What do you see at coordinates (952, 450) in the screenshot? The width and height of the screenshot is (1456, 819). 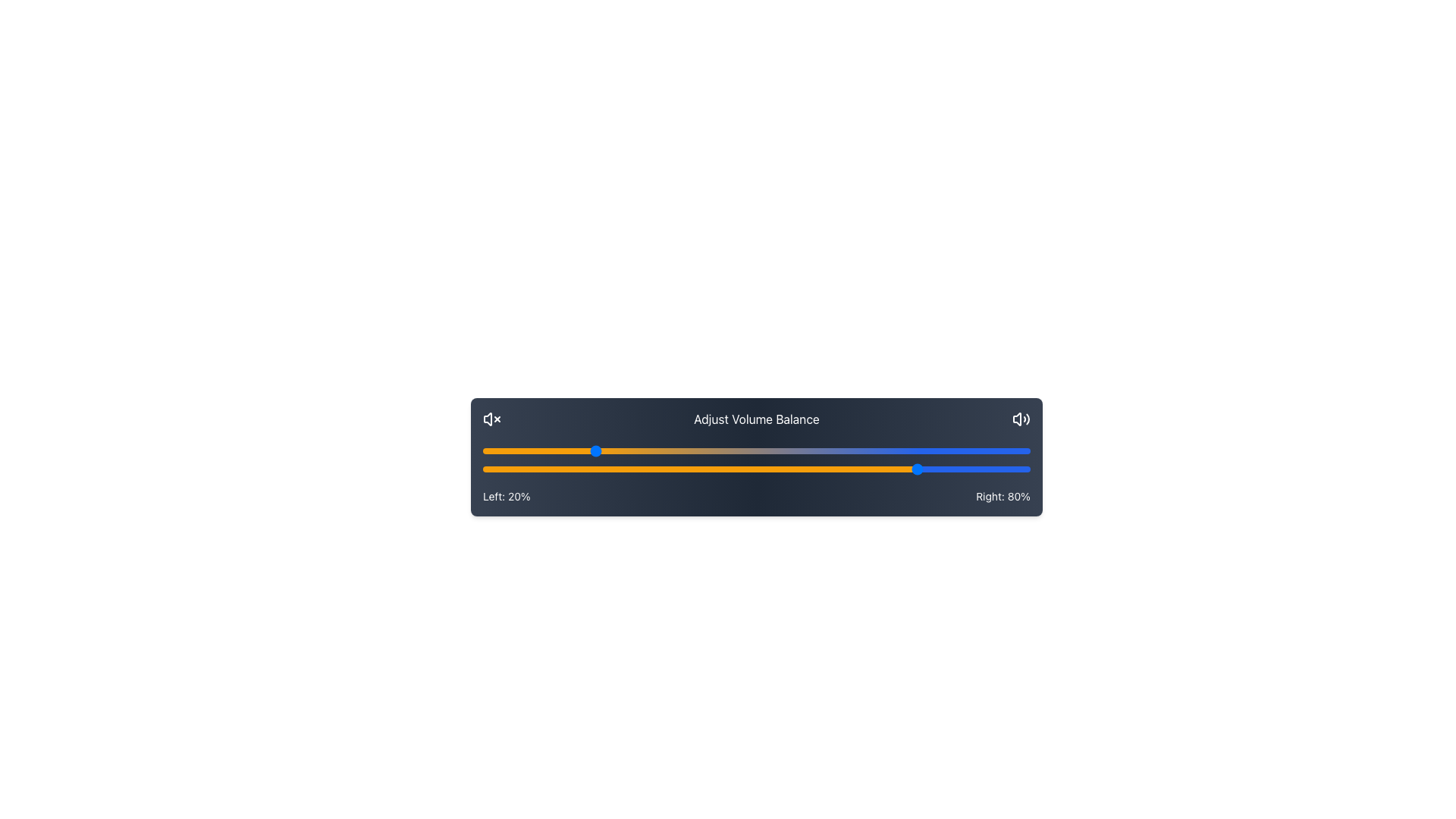 I see `the left balance` at bounding box center [952, 450].